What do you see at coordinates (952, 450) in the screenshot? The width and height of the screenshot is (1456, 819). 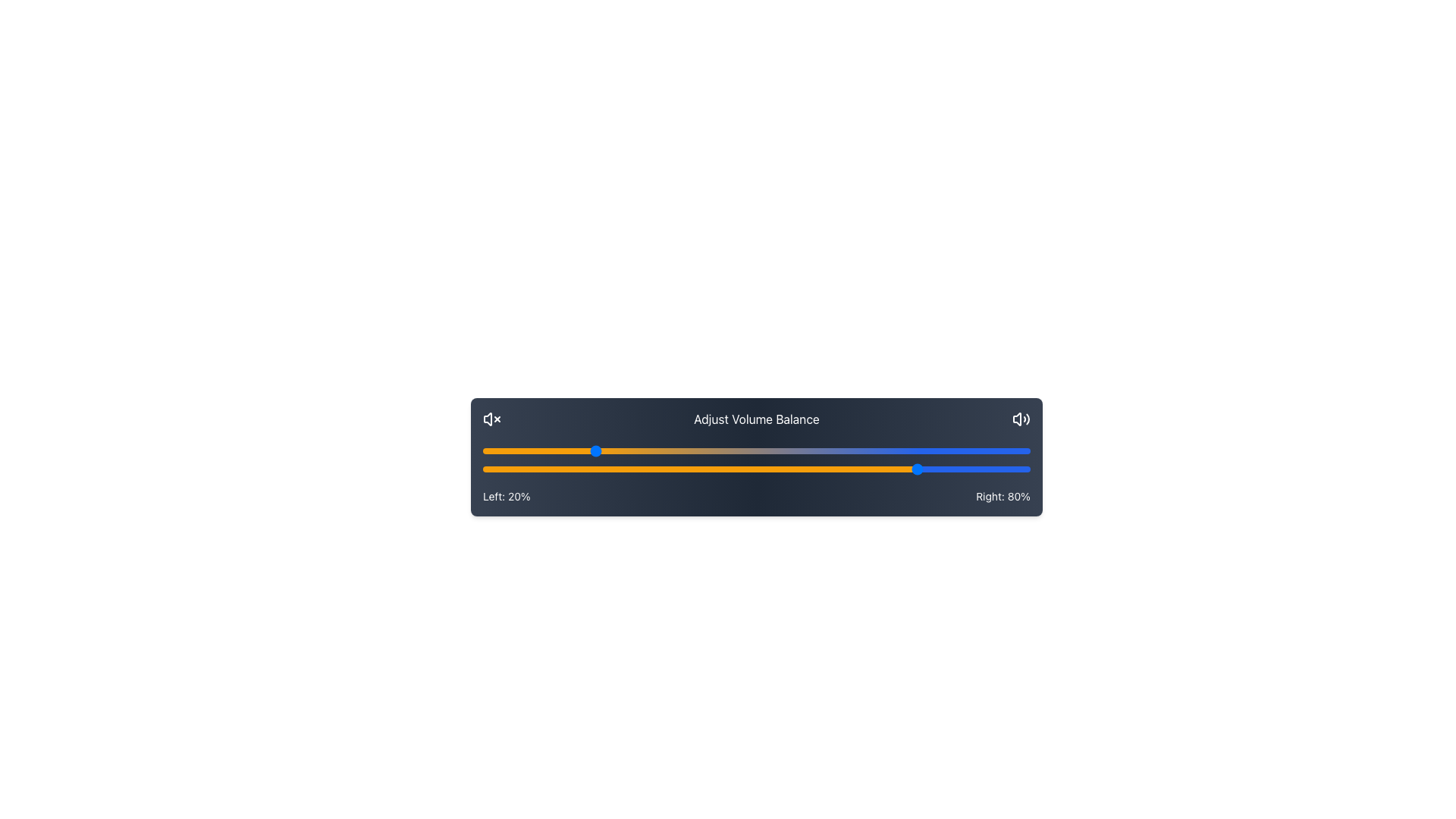 I see `the left balance` at bounding box center [952, 450].